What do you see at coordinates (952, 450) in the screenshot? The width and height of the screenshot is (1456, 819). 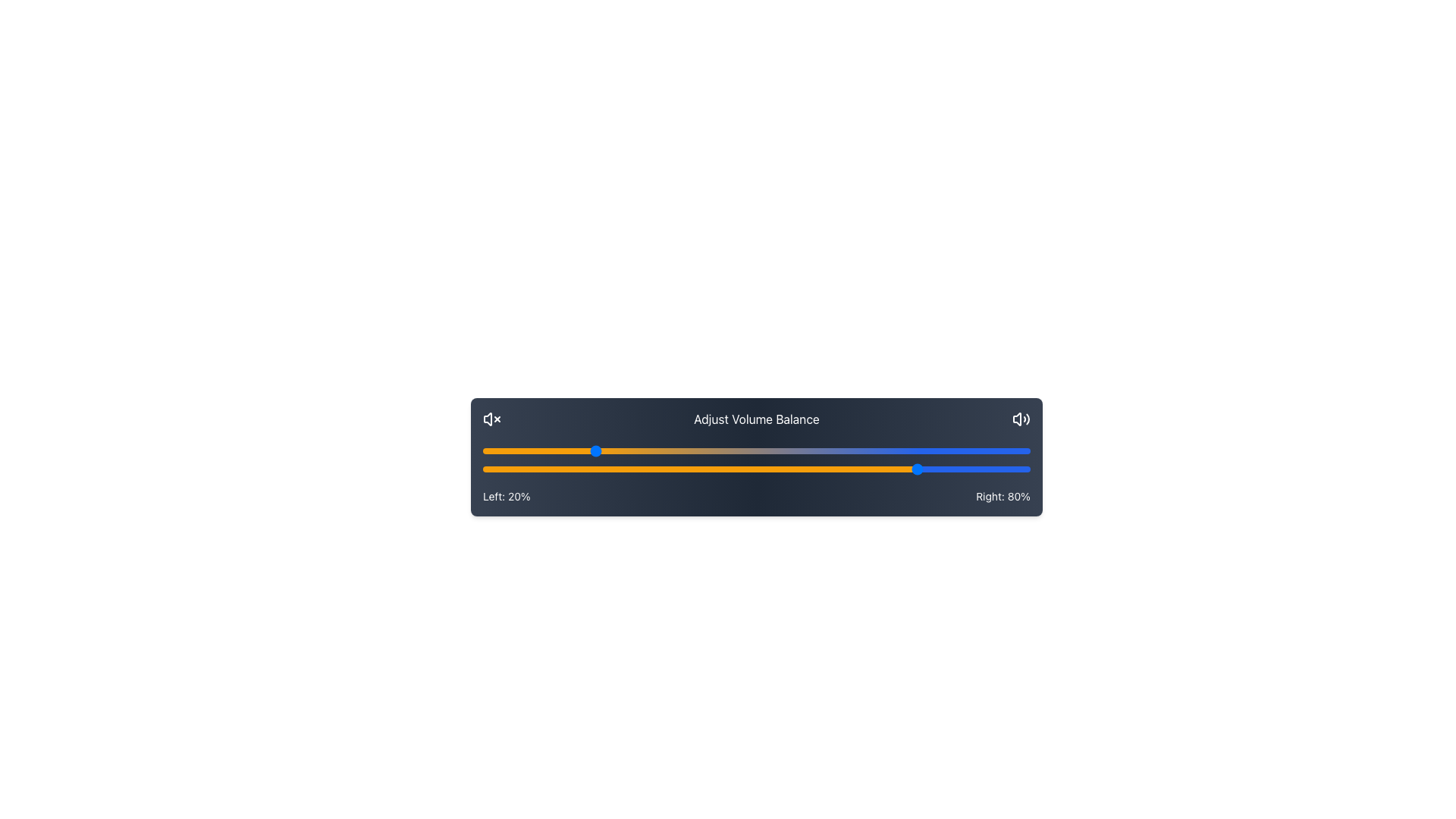 I see `the left balance` at bounding box center [952, 450].